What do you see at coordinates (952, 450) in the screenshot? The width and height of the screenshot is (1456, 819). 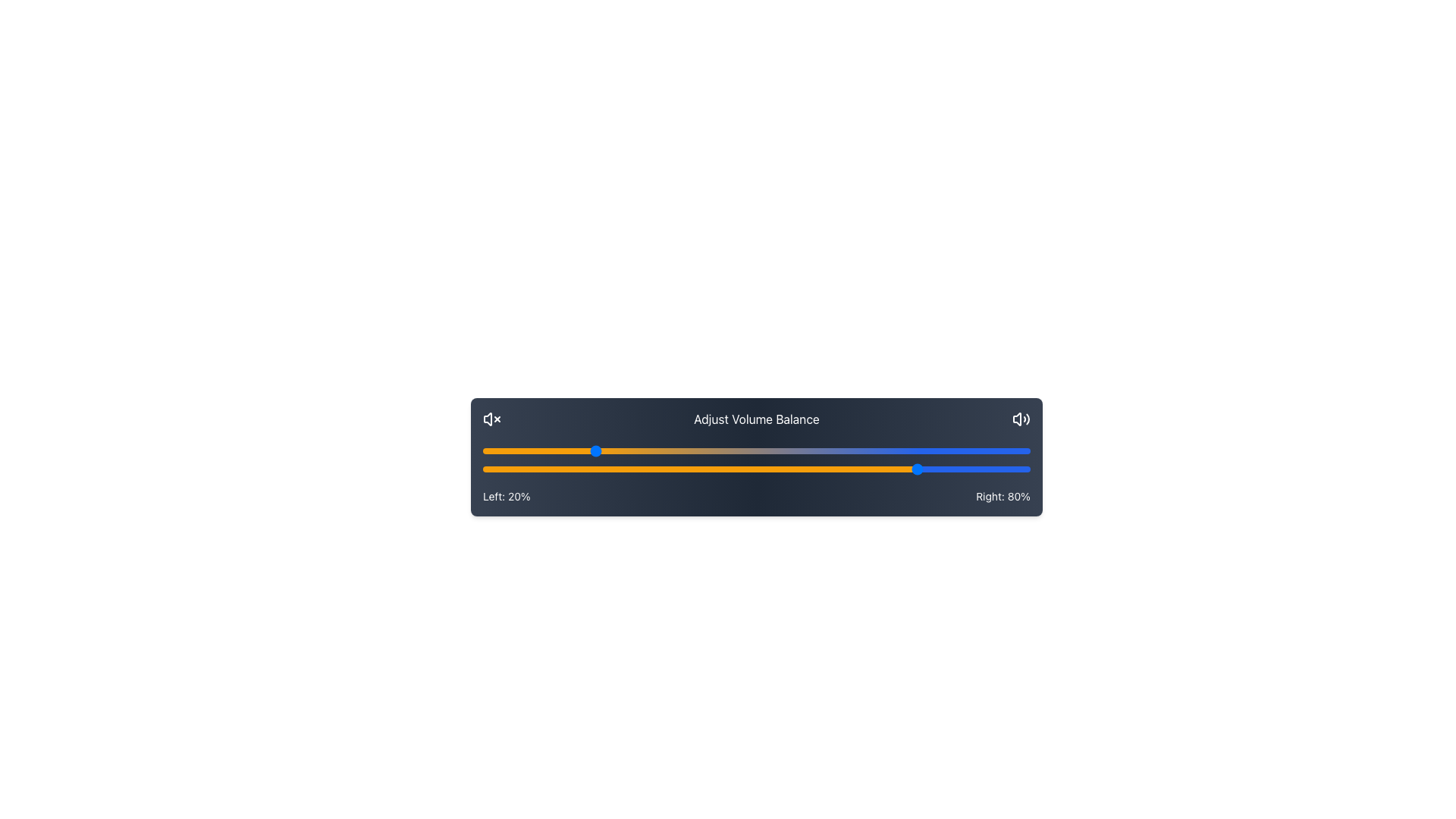 I see `the left balance` at bounding box center [952, 450].